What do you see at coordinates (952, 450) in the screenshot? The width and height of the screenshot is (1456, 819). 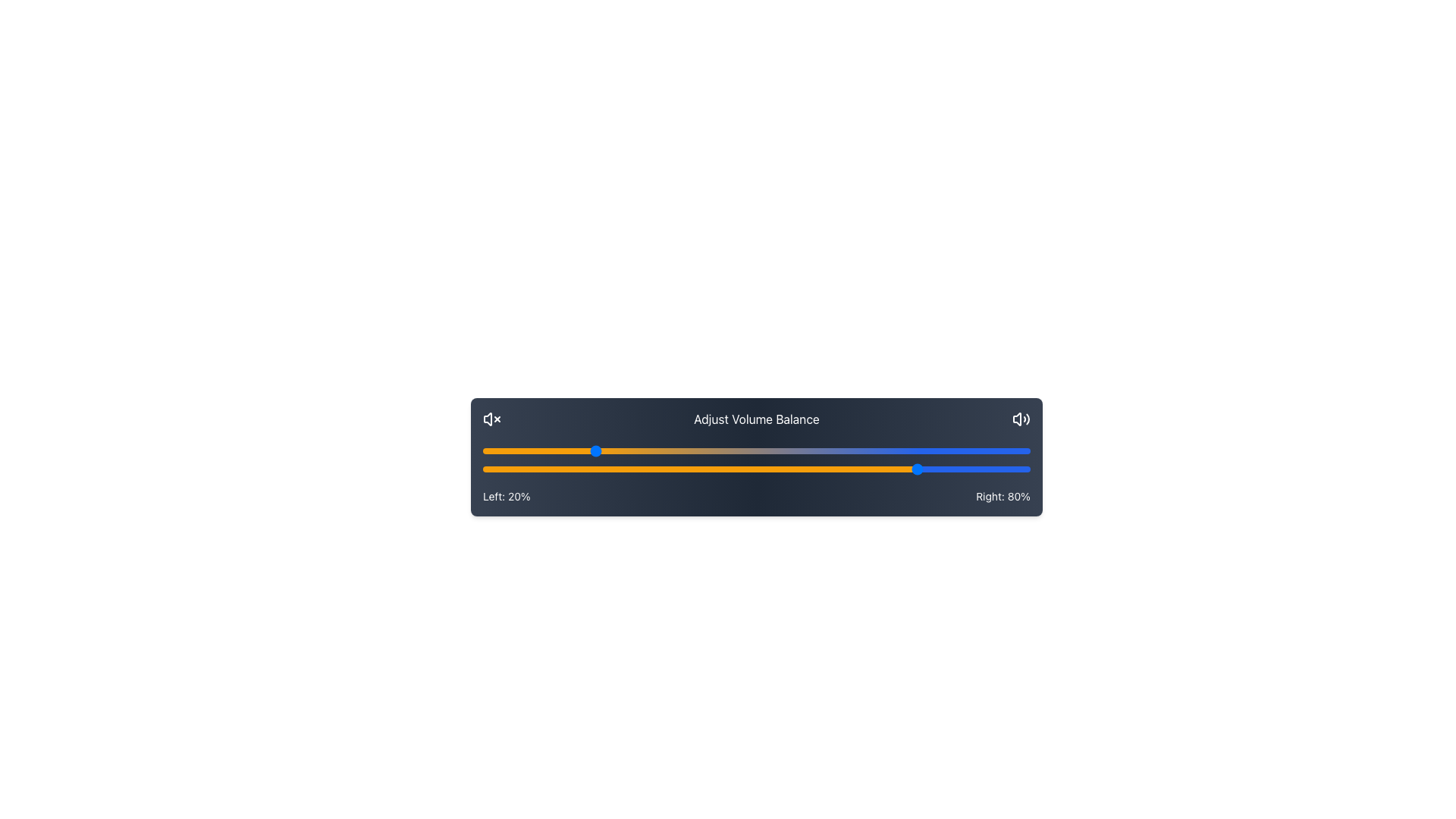 I see `the left balance` at bounding box center [952, 450].